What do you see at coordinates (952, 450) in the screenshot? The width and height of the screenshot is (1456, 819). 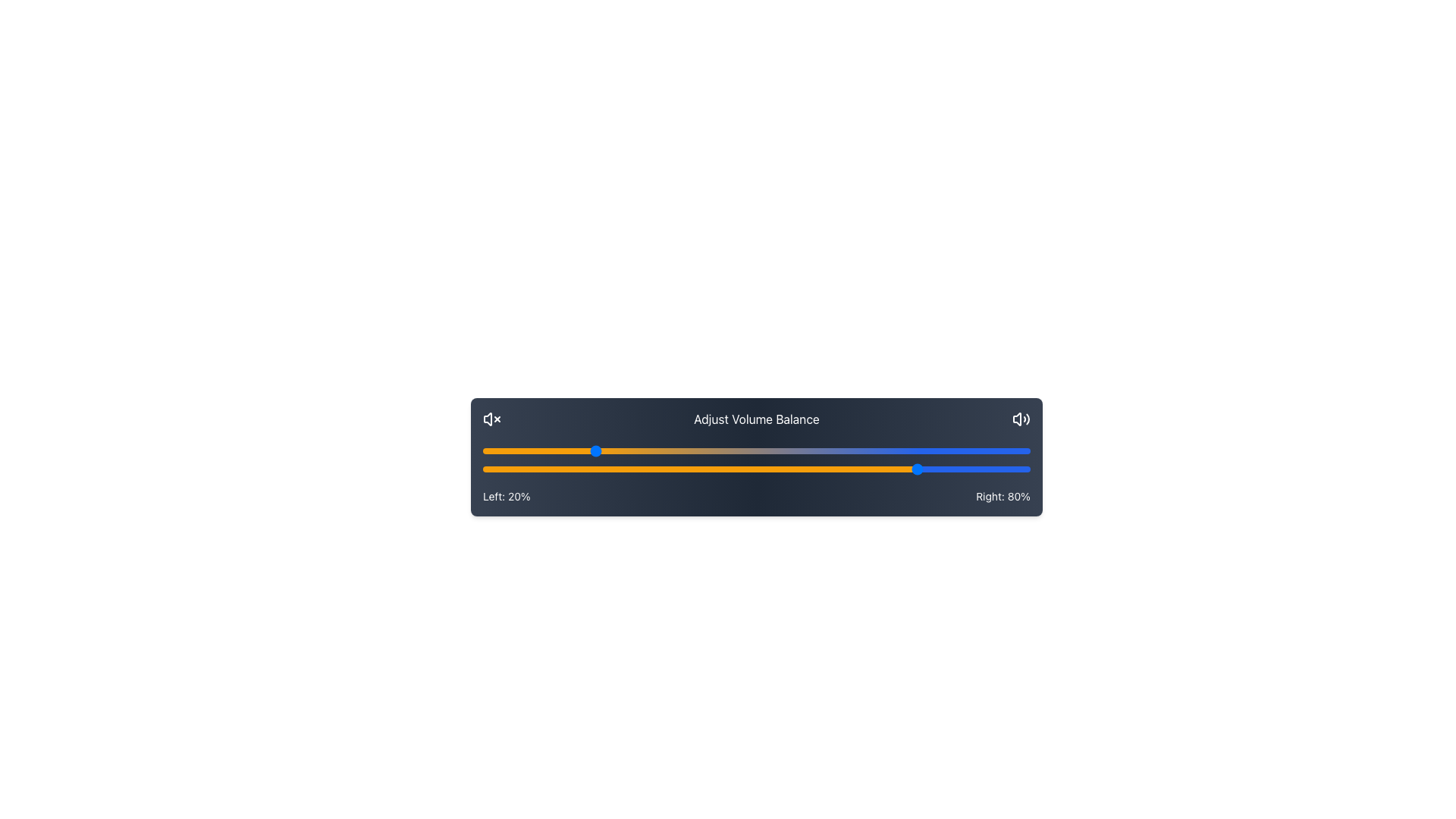 I see `the left balance` at bounding box center [952, 450].